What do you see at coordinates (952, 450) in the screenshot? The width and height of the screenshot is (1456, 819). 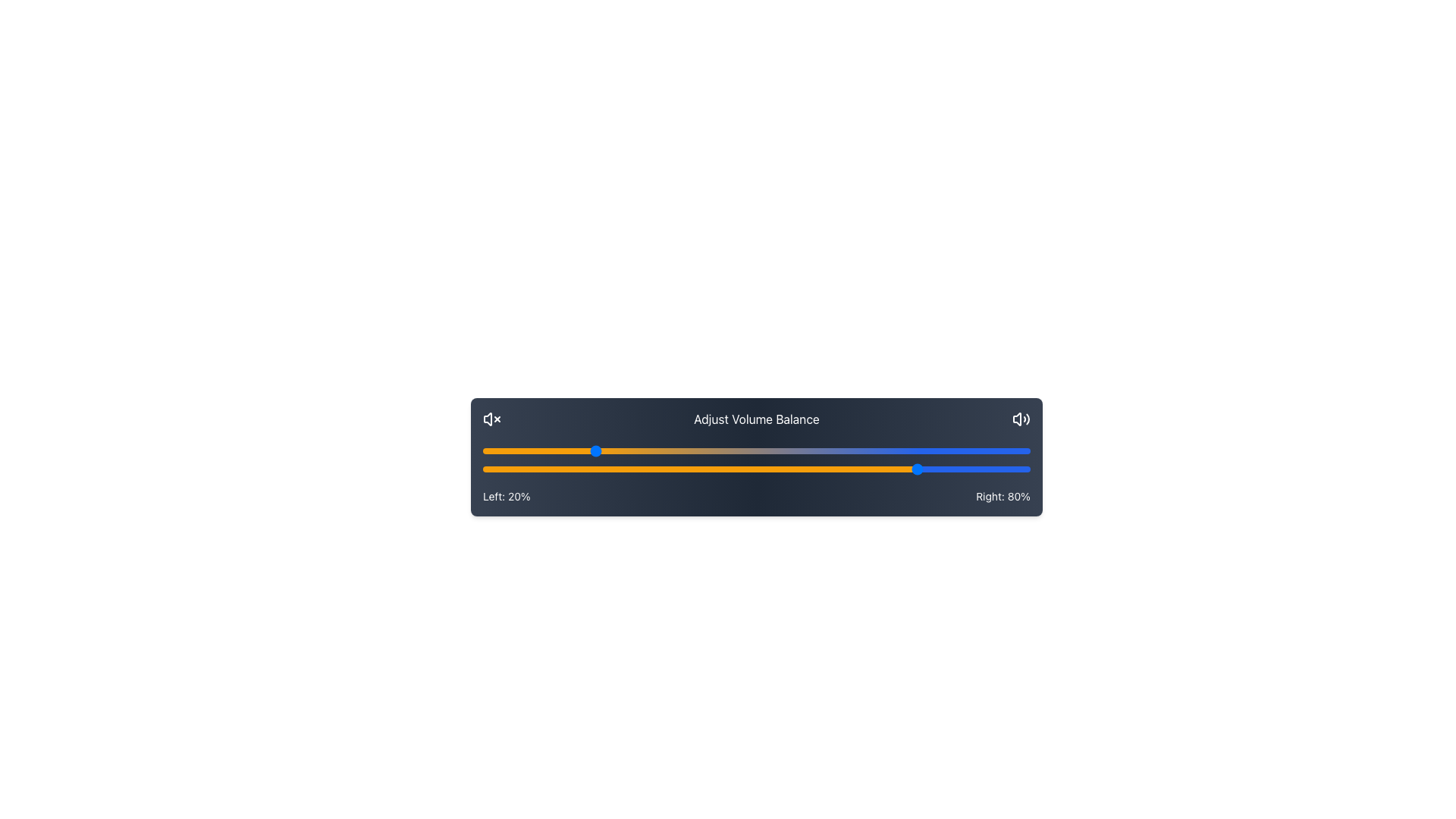 I see `the left balance` at bounding box center [952, 450].